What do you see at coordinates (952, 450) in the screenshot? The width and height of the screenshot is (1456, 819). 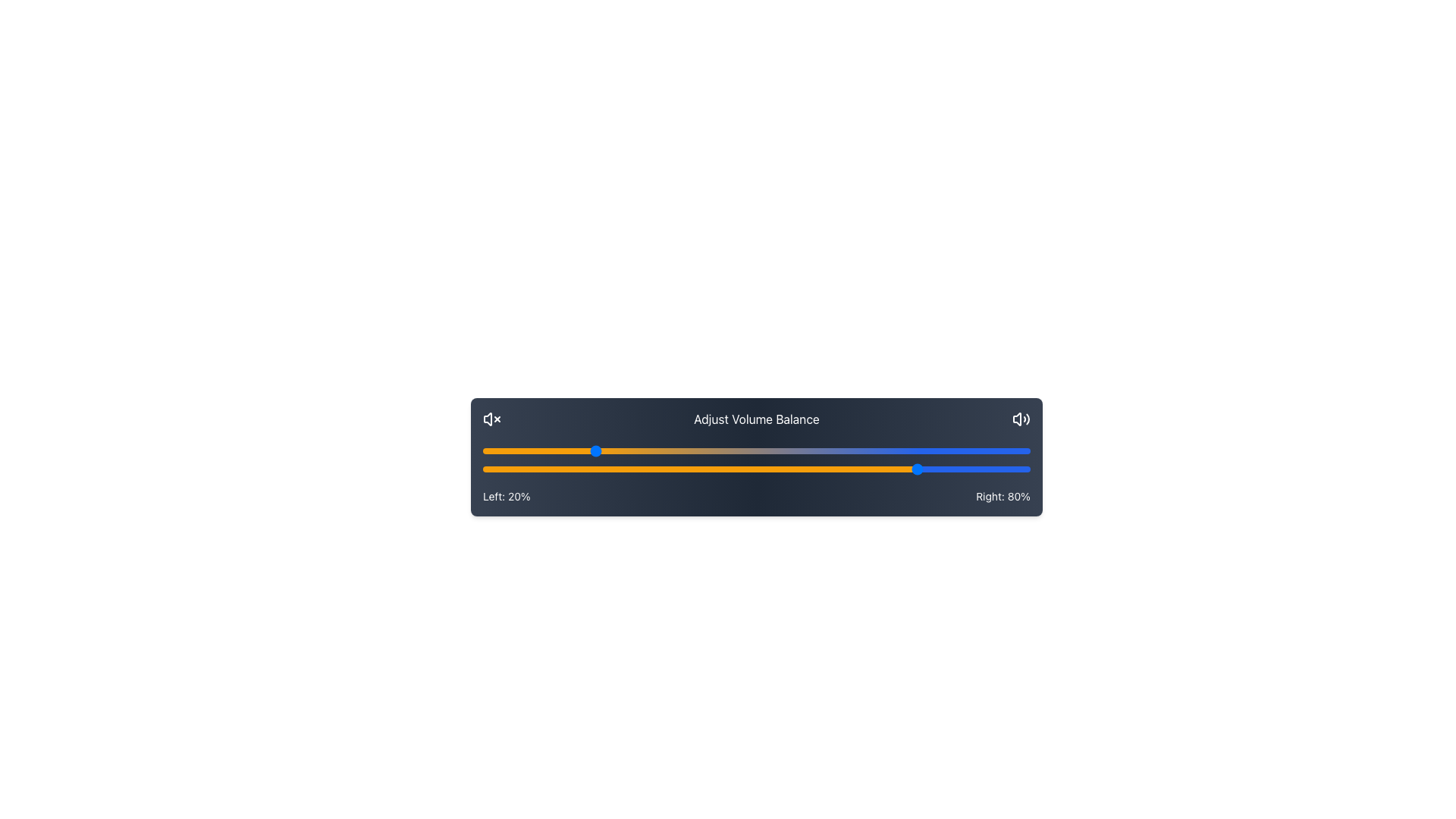 I see `the left balance` at bounding box center [952, 450].